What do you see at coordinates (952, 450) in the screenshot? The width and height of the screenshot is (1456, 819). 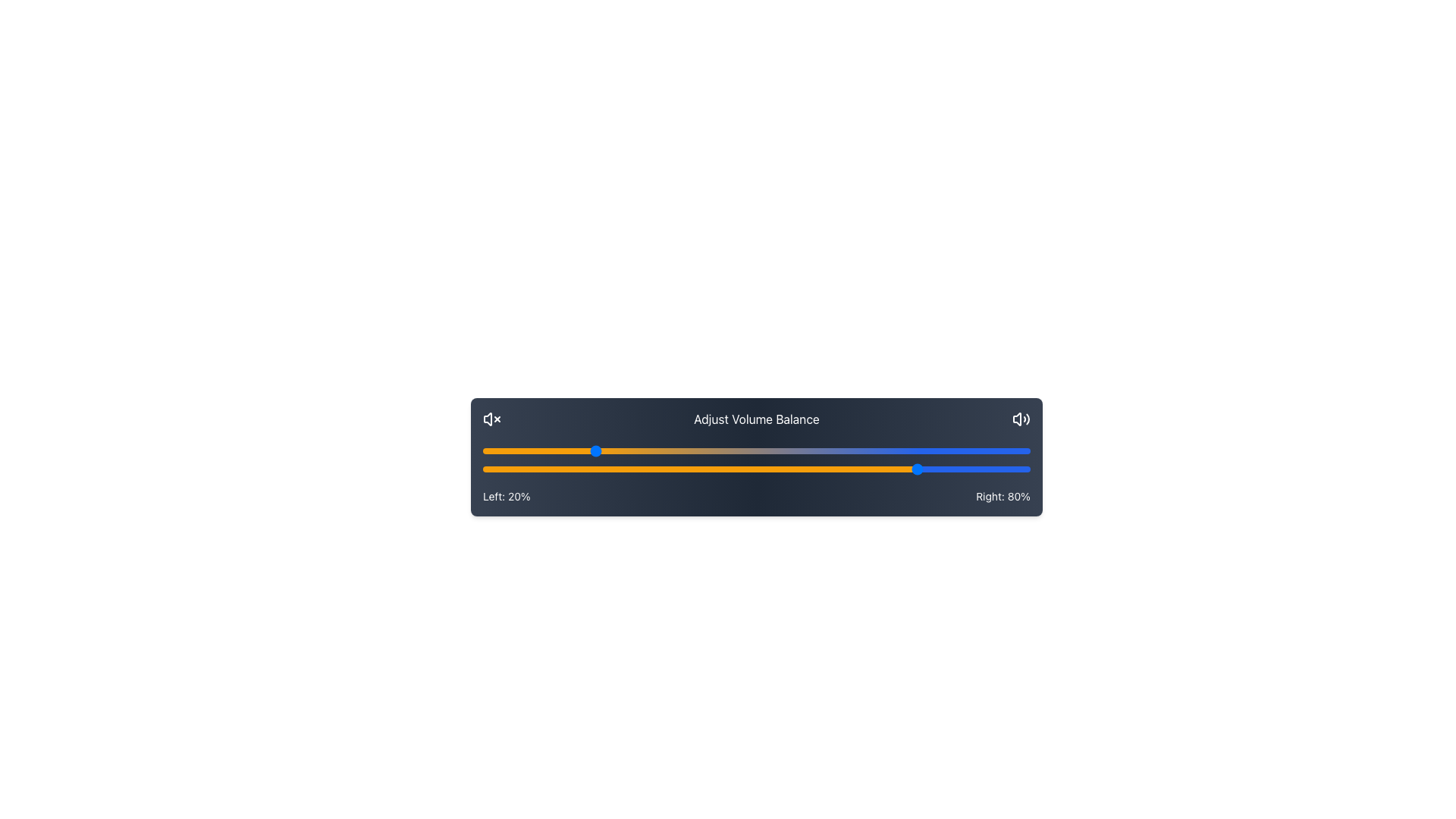 I see `the left balance` at bounding box center [952, 450].